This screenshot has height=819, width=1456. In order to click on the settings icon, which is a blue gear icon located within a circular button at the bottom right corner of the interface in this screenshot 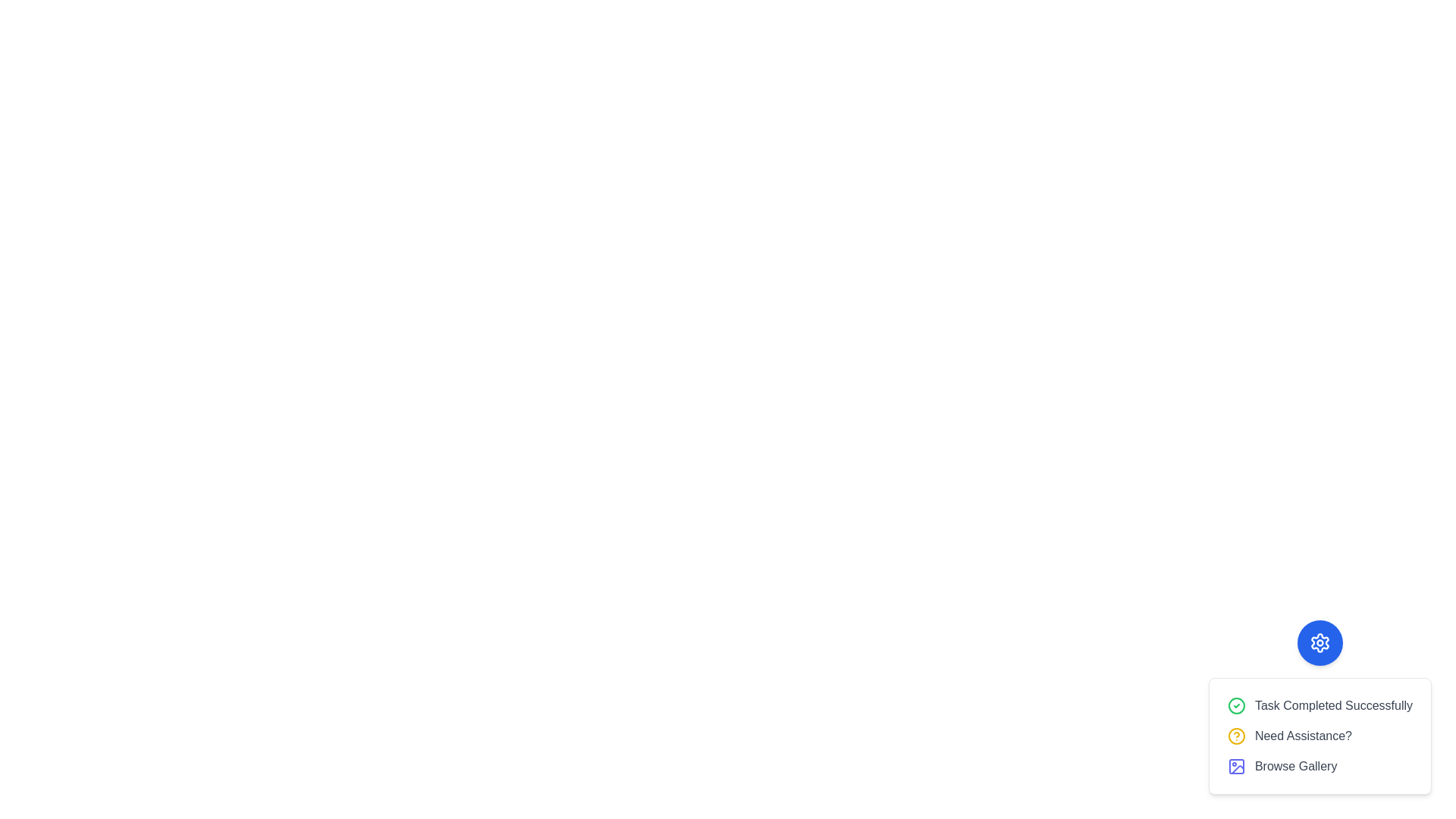, I will do `click(1318, 643)`.